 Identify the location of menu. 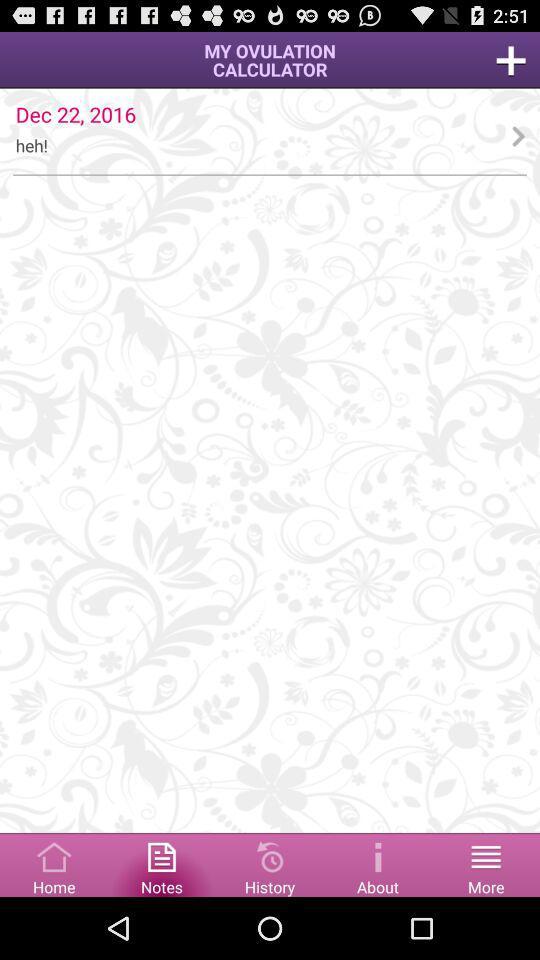
(54, 863).